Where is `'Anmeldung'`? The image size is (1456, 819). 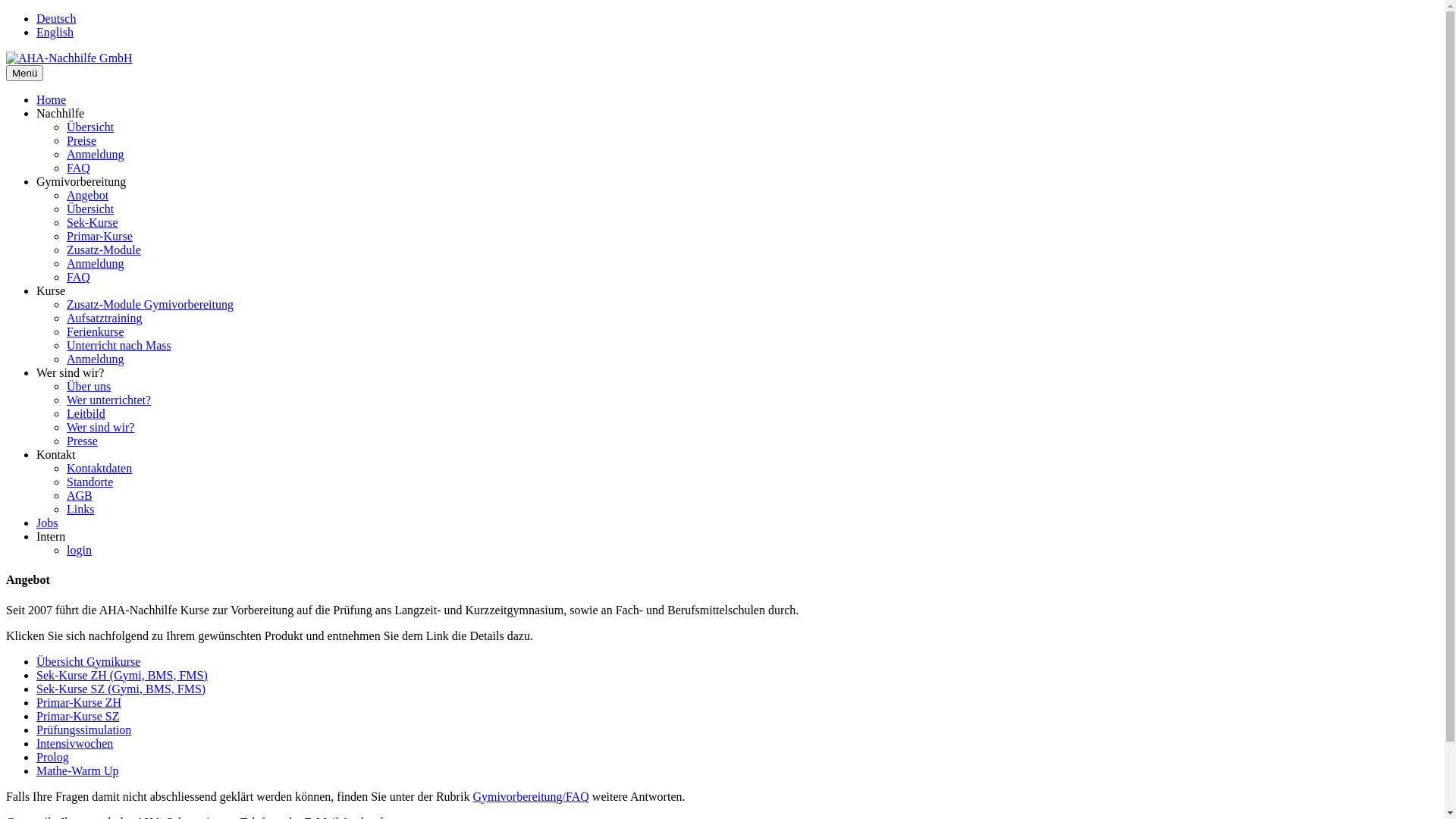
'Anmeldung' is located at coordinates (94, 359).